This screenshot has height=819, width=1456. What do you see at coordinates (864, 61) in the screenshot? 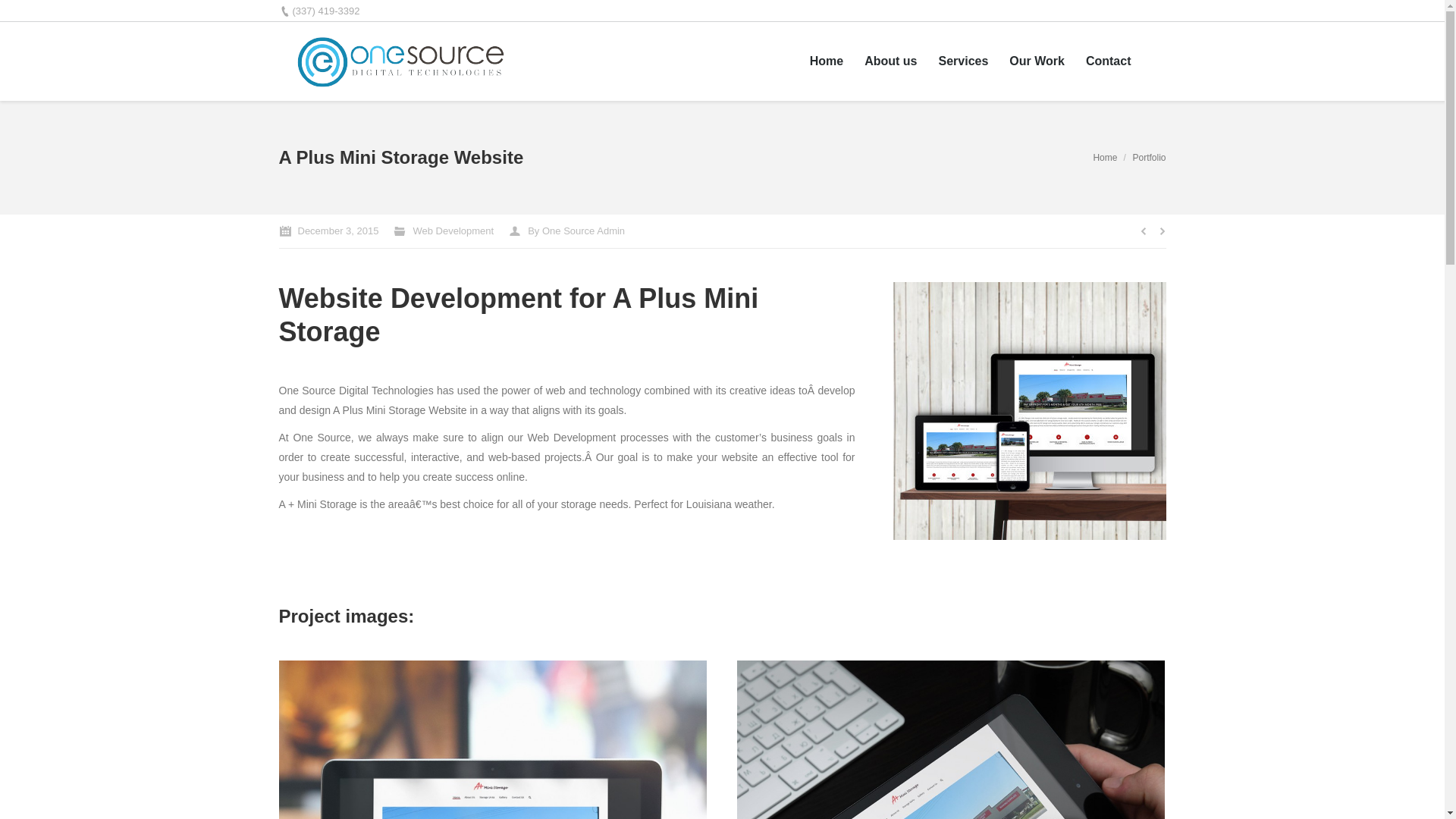
I see `'About us'` at bounding box center [864, 61].